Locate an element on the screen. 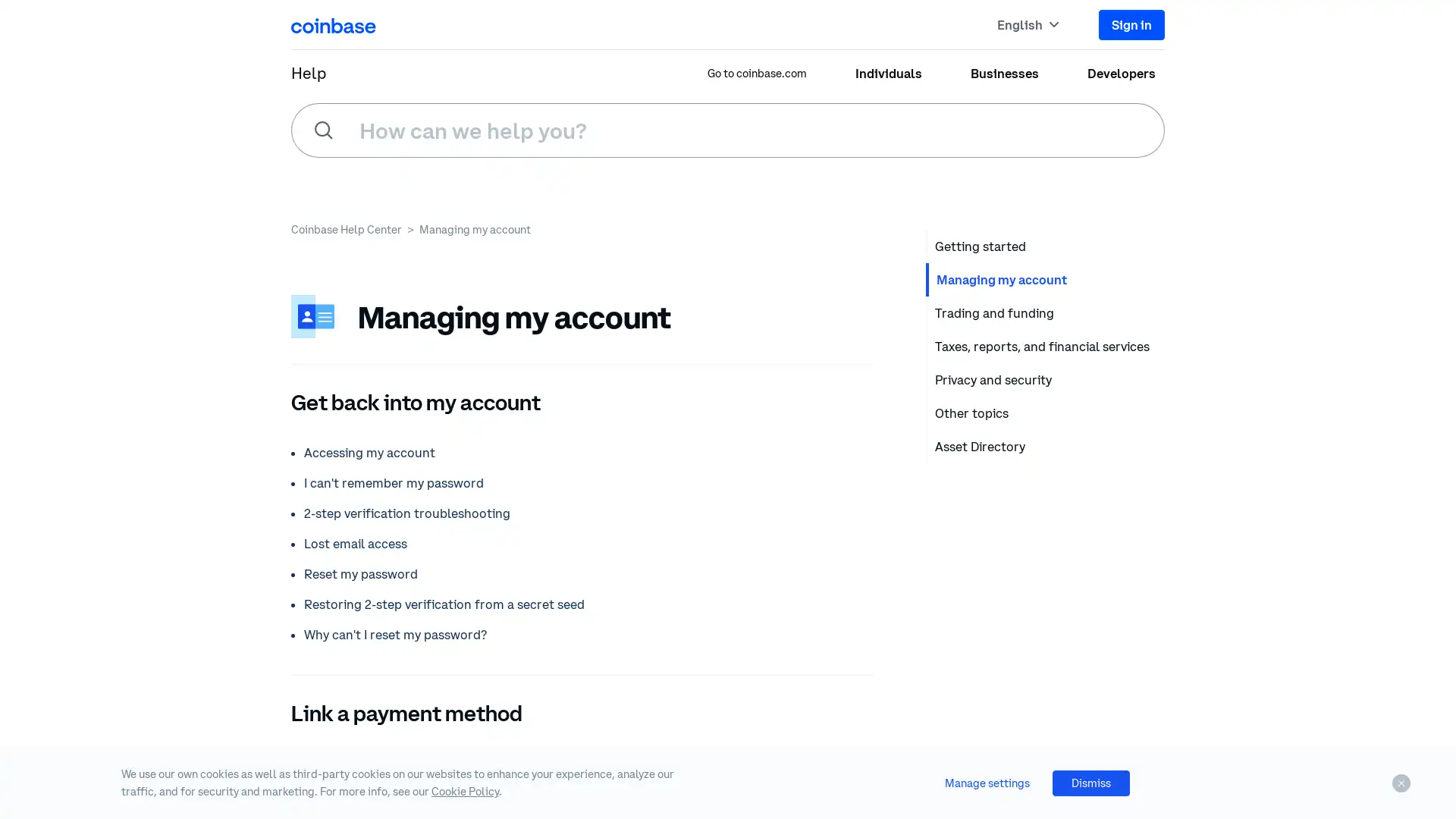 This screenshot has height=819, width=1456. Dismiss is located at coordinates (1401, 783).